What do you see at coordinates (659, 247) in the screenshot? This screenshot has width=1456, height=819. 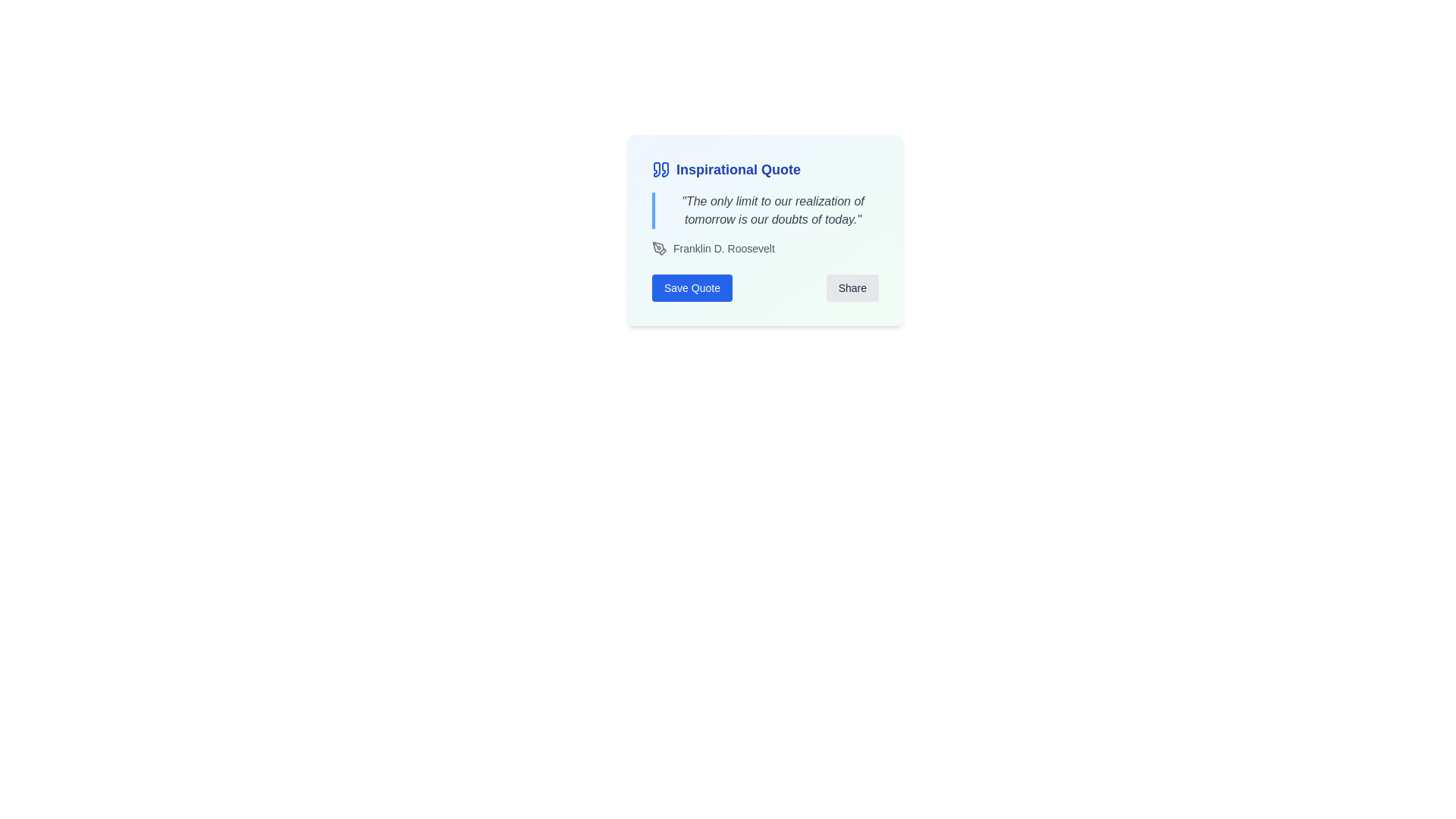 I see `the pen tool icon, which is an outlined vector graphic styled with gray strokes, positioned to the left of the text 'Franklin D. Roosevelt'` at bounding box center [659, 247].